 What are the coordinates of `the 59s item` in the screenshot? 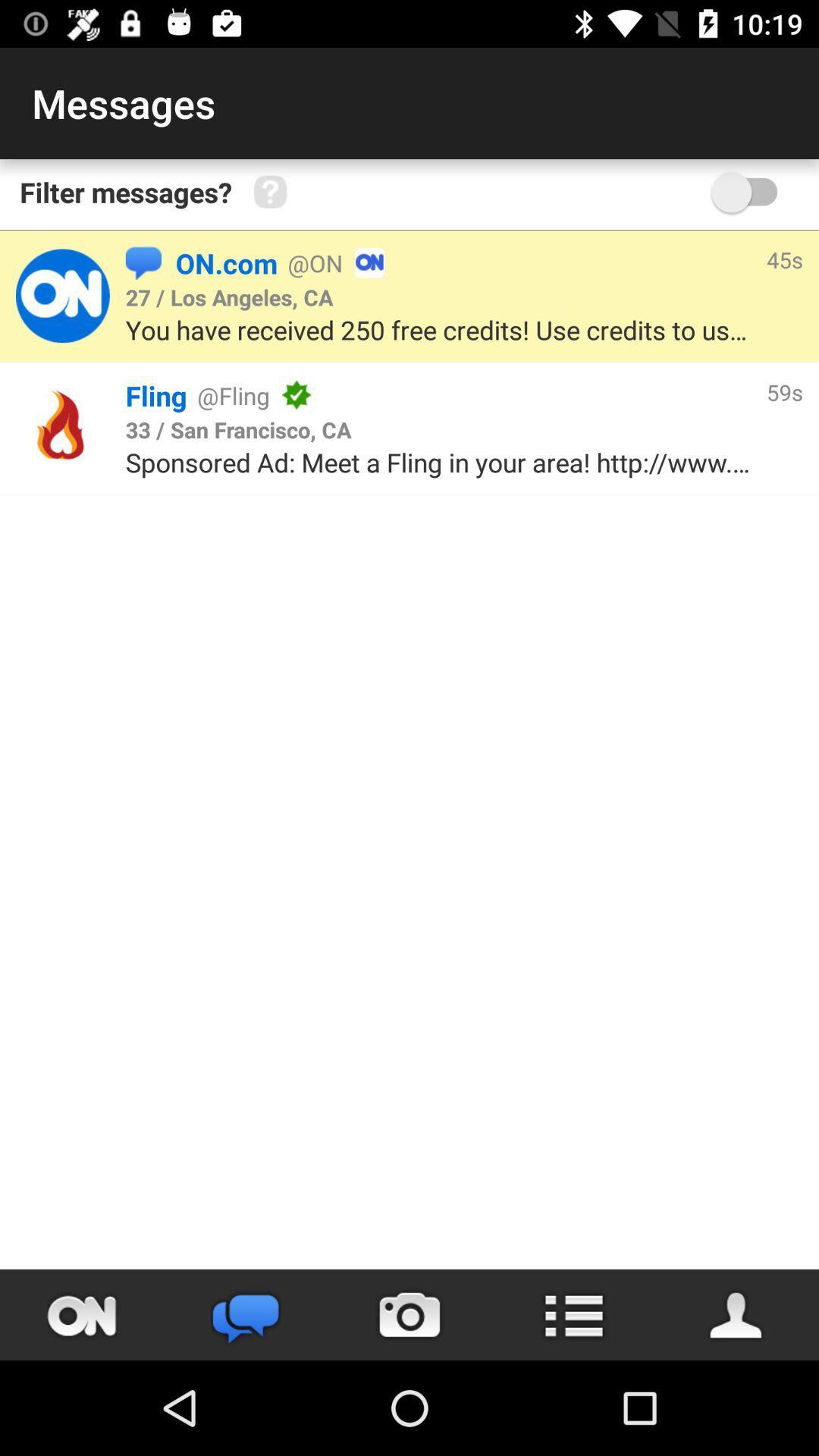 It's located at (784, 392).